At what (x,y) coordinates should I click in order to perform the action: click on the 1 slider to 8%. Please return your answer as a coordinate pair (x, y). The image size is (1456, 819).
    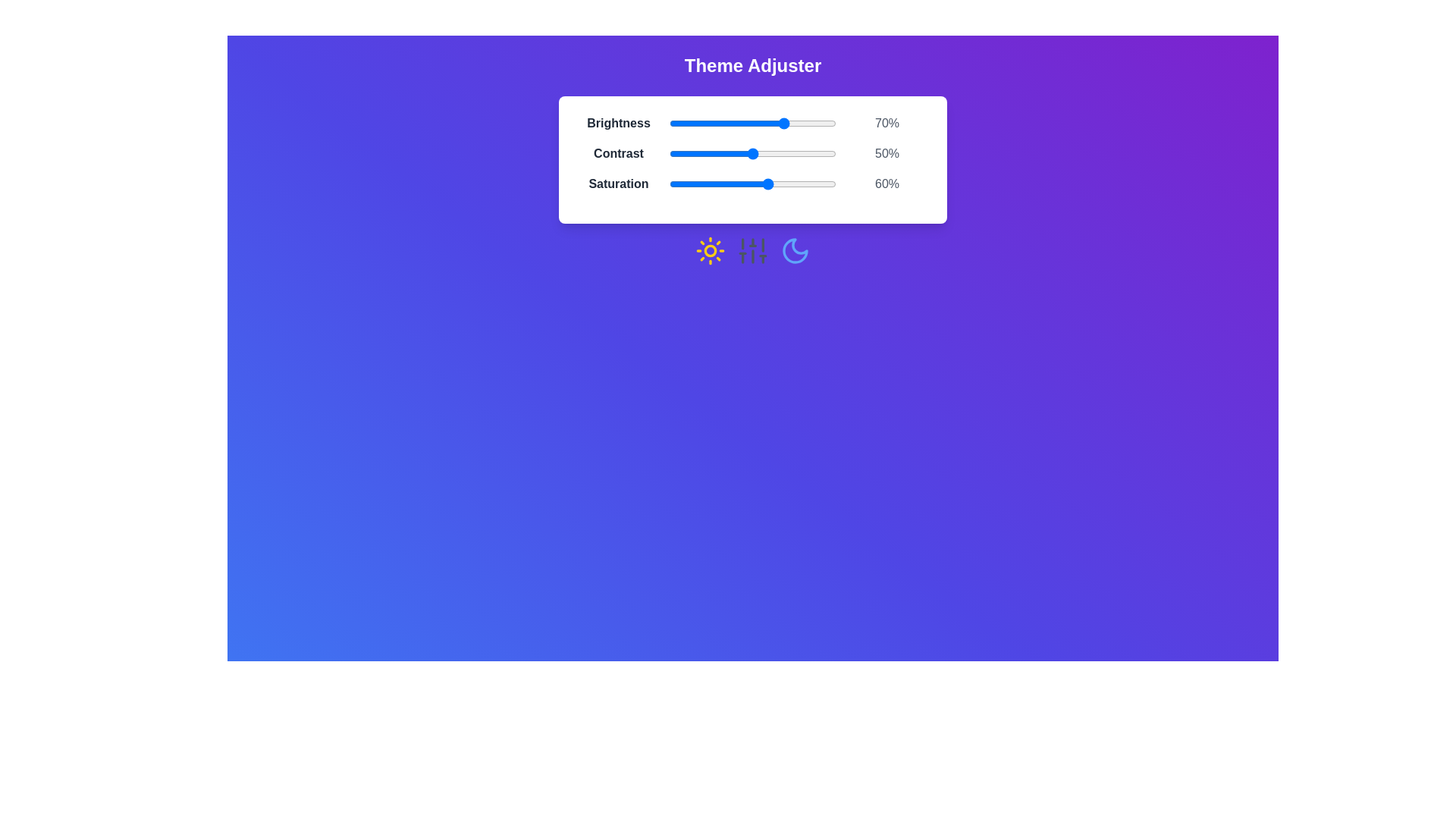
    Looking at the image, I should click on (682, 154).